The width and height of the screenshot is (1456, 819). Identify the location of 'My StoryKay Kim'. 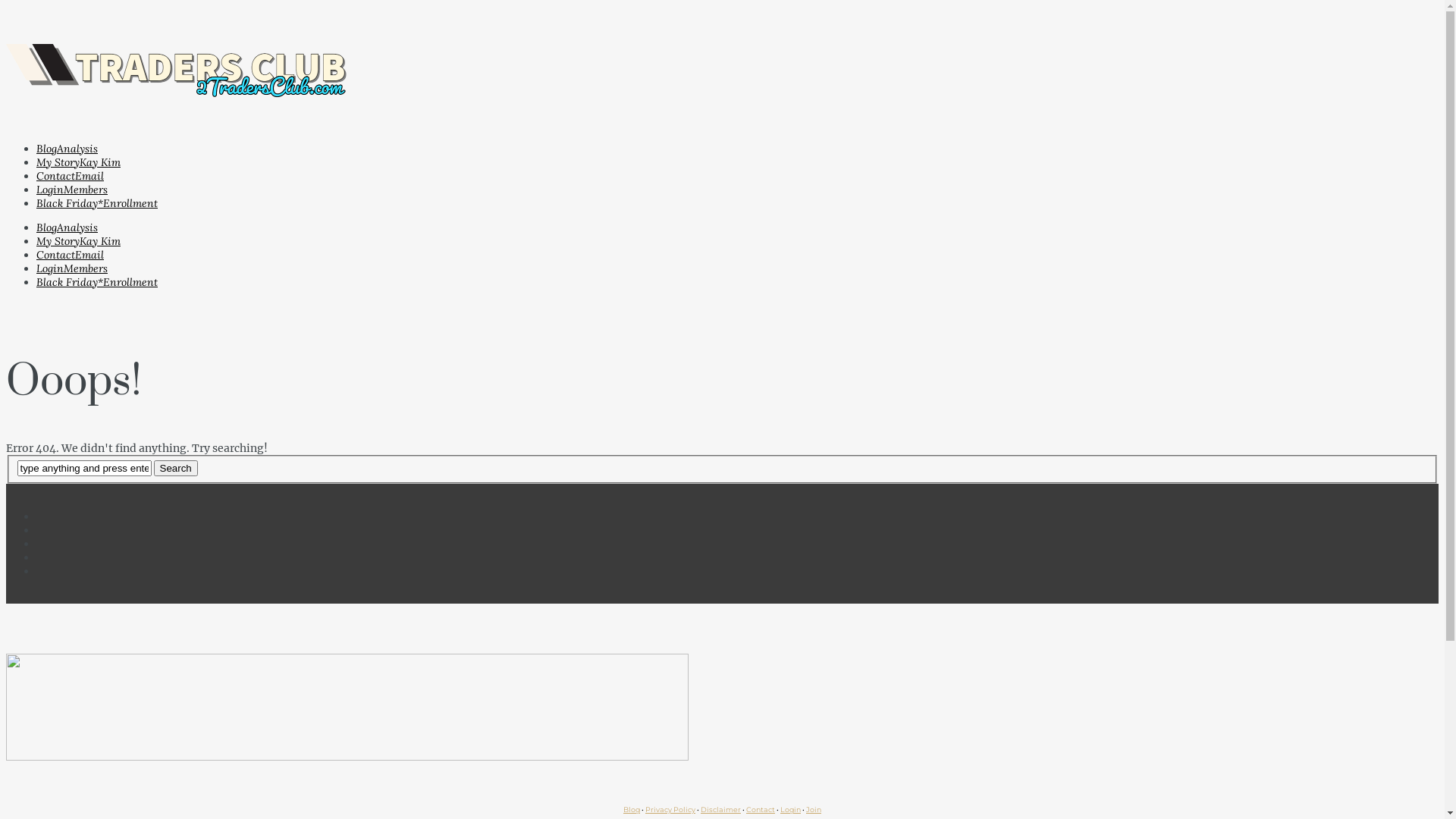
(77, 161).